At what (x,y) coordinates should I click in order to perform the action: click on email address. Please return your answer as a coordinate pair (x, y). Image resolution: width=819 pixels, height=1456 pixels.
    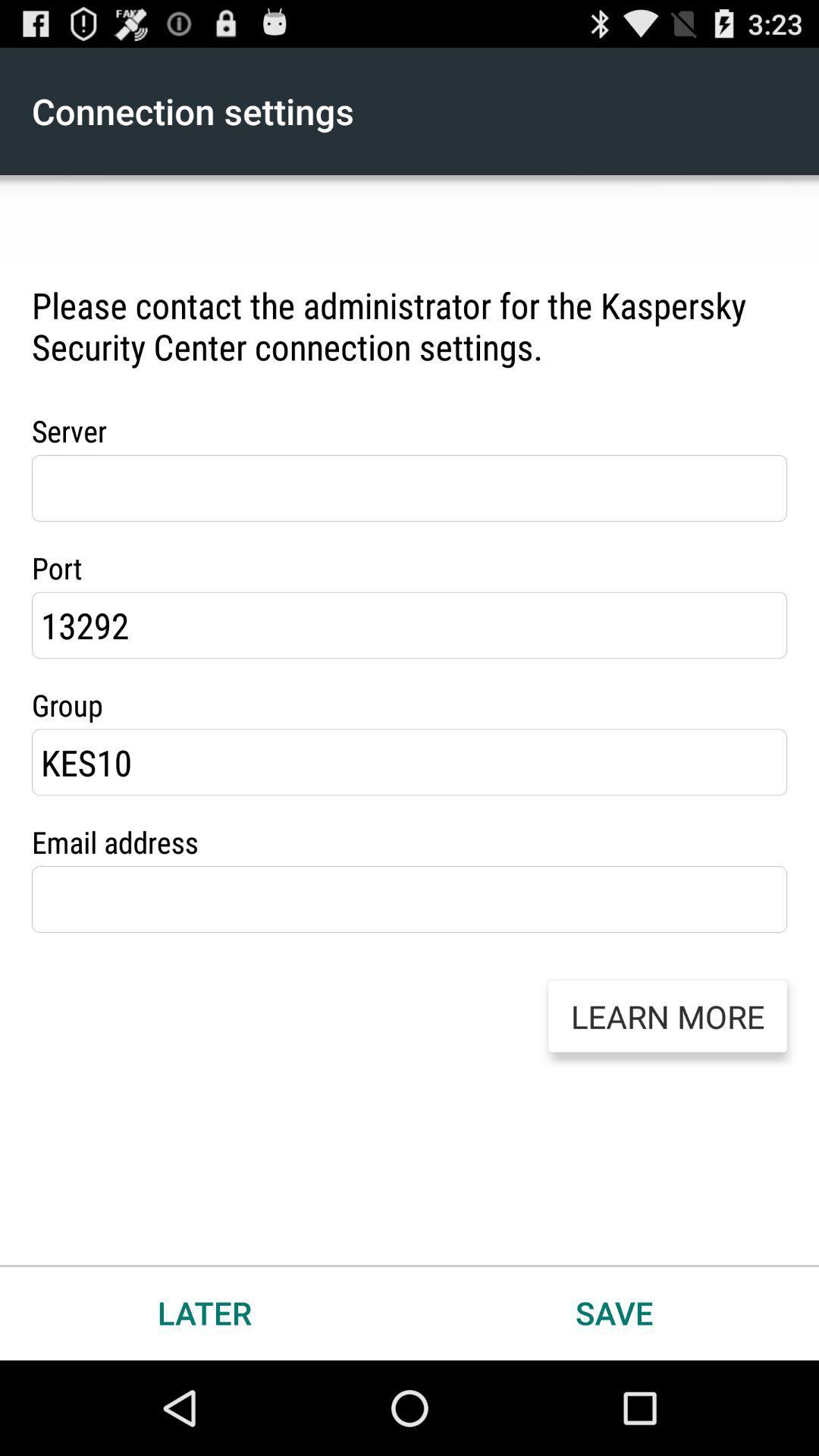
    Looking at the image, I should click on (409, 899).